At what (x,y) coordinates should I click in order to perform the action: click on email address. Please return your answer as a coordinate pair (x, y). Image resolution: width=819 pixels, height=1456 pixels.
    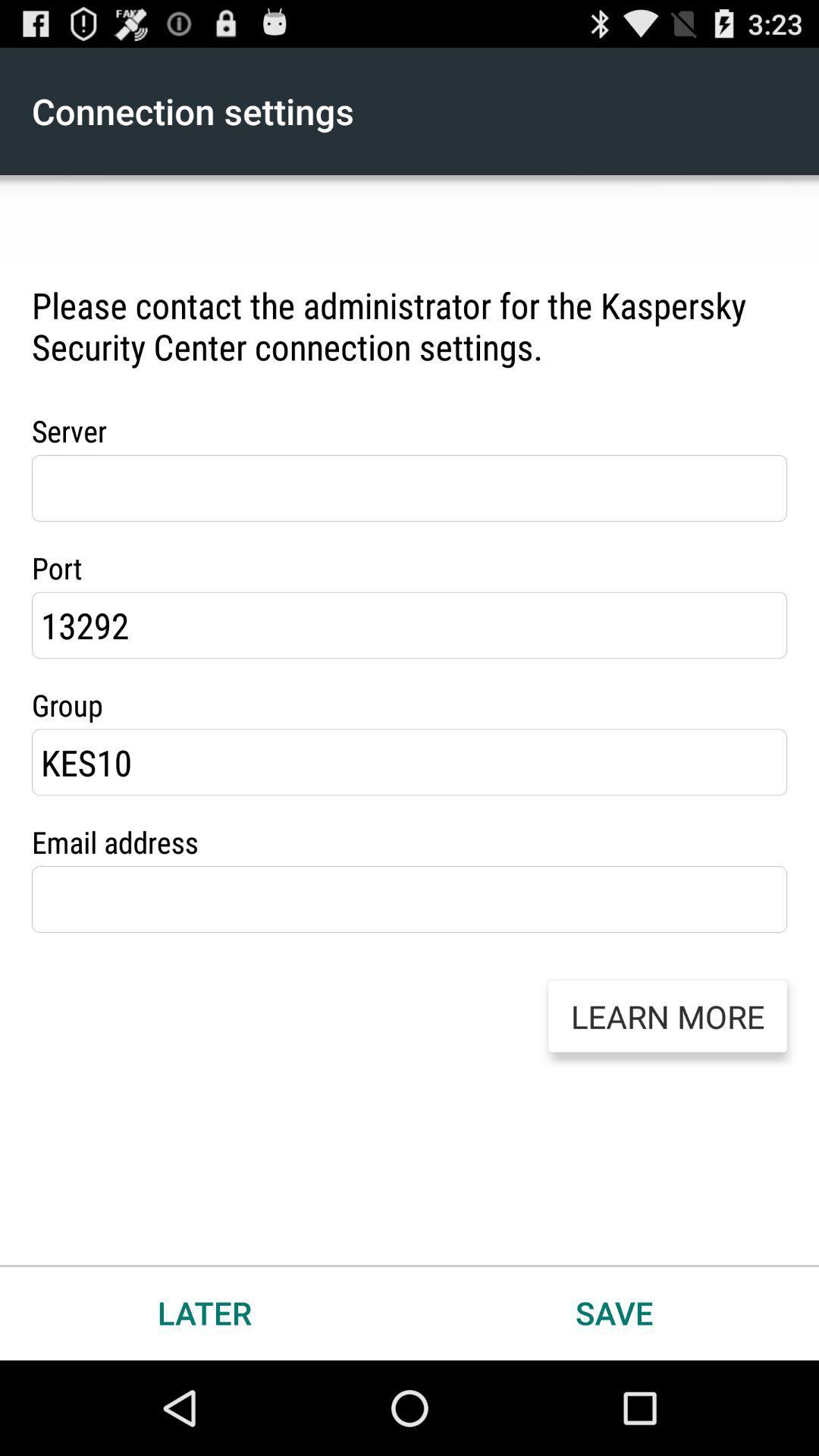
    Looking at the image, I should click on (409, 899).